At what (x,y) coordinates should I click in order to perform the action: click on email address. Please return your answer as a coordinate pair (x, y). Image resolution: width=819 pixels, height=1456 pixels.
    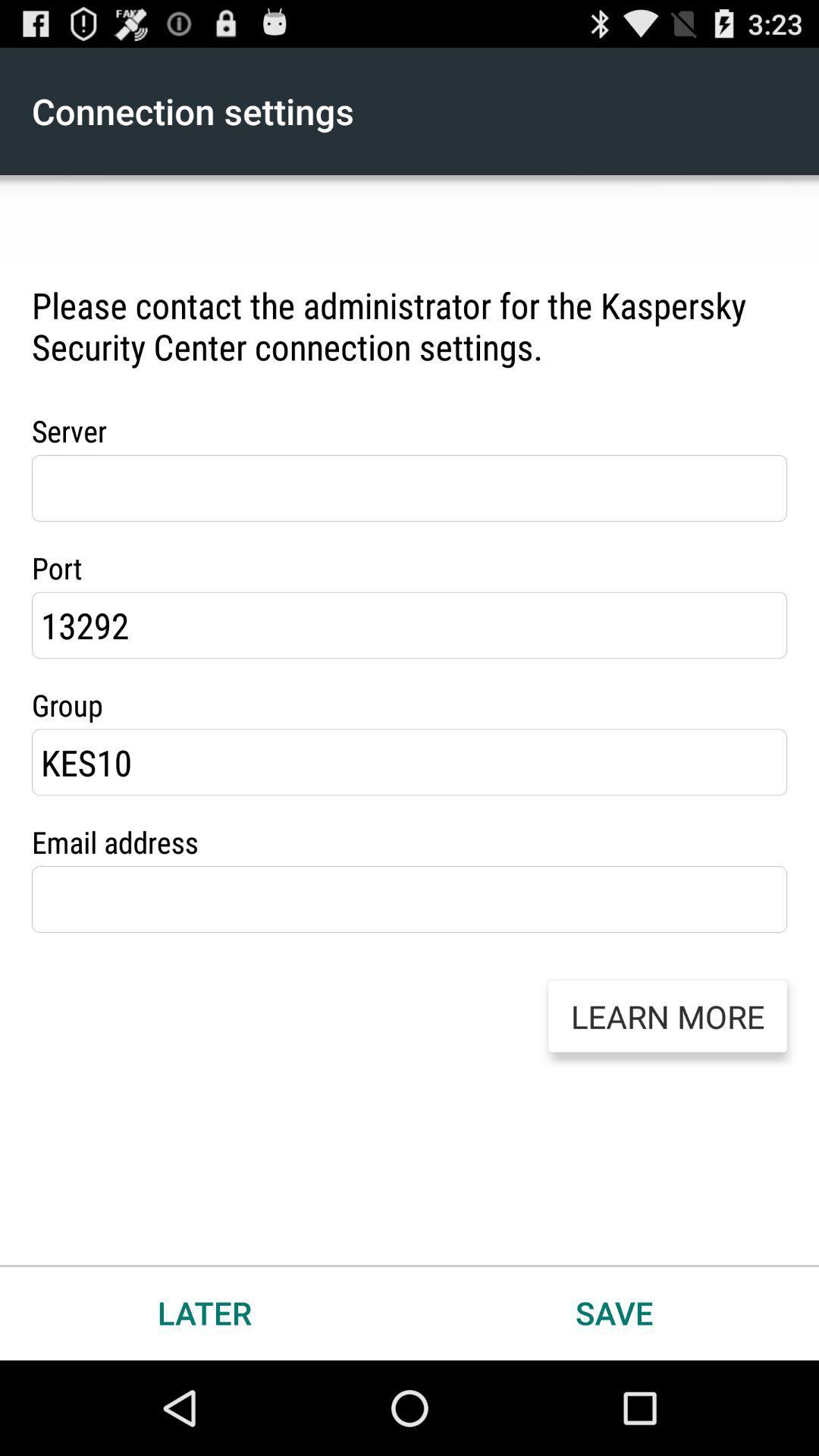
    Looking at the image, I should click on (409, 899).